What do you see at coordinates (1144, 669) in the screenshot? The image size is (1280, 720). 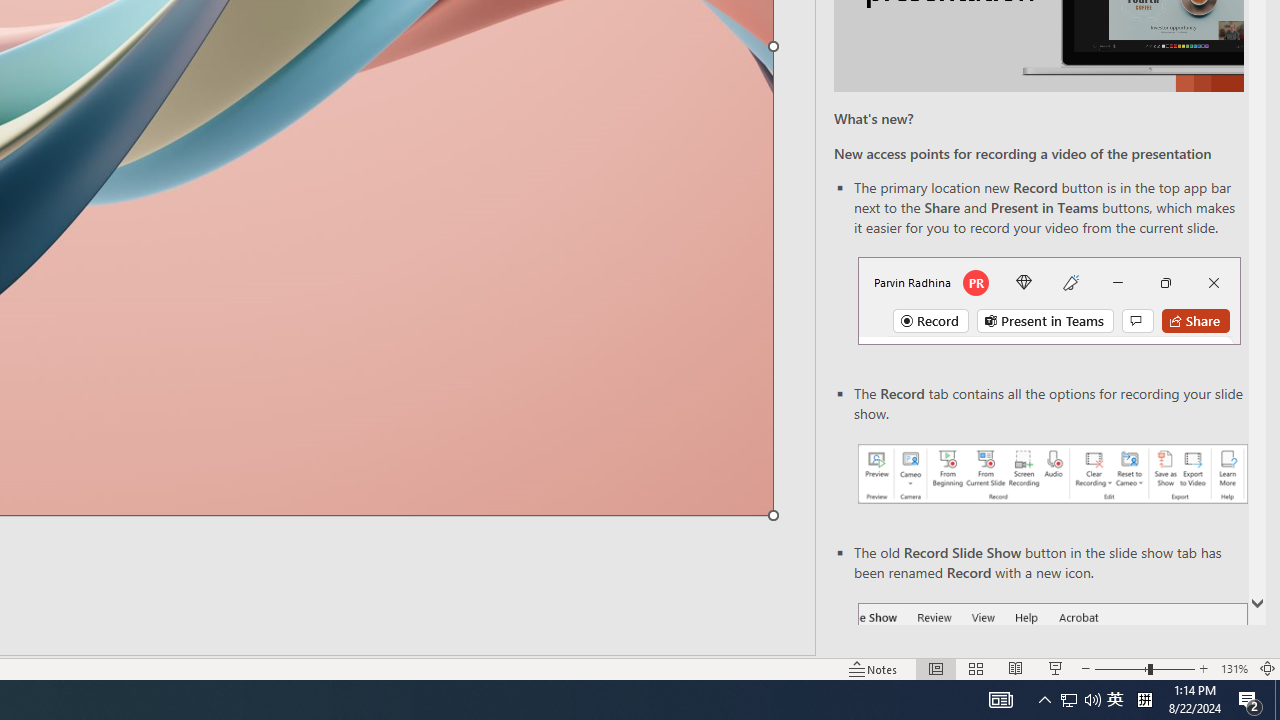 I see `'Zoom'` at bounding box center [1144, 669].